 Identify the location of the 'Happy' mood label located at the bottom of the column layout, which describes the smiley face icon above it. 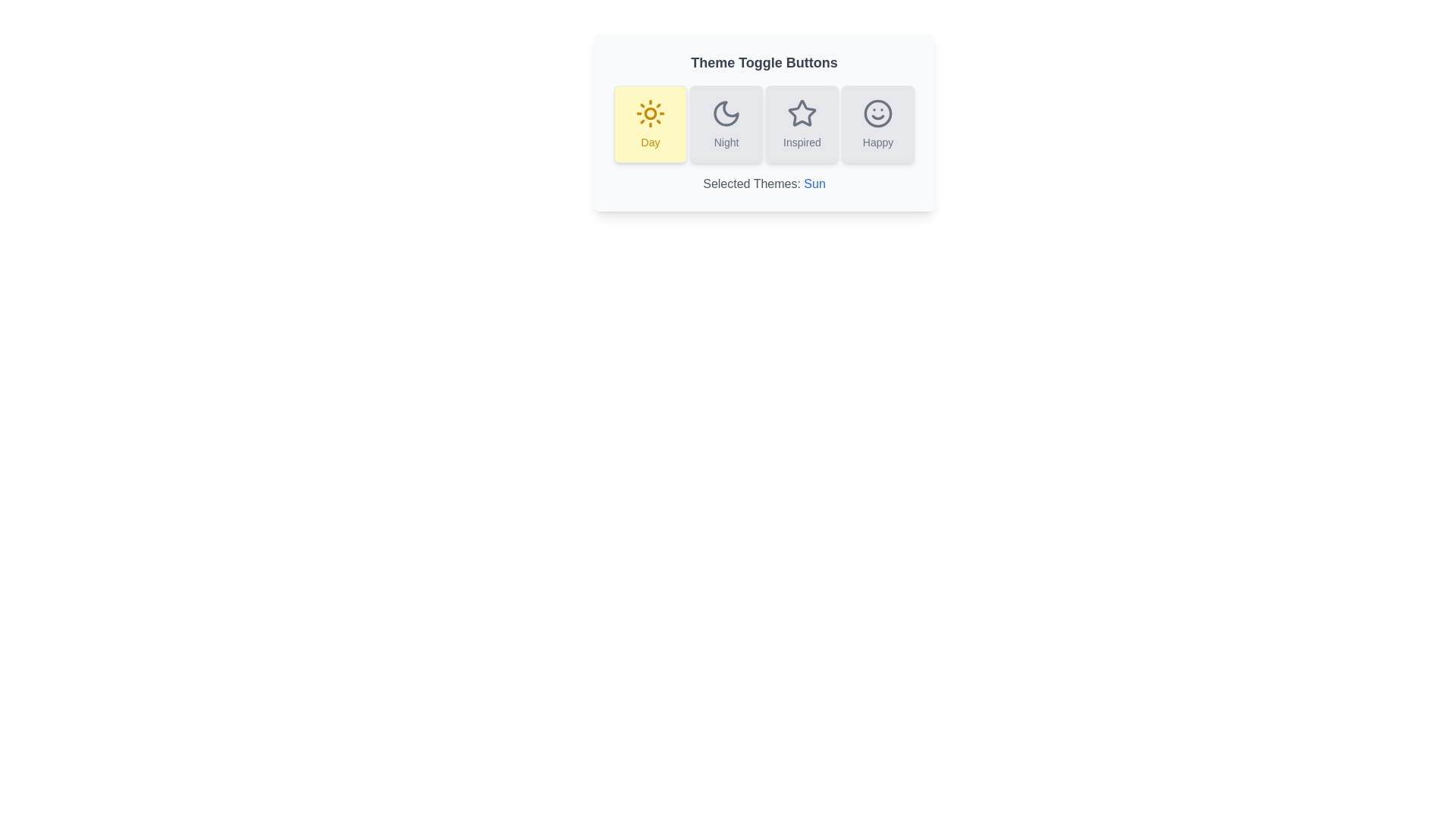
(877, 143).